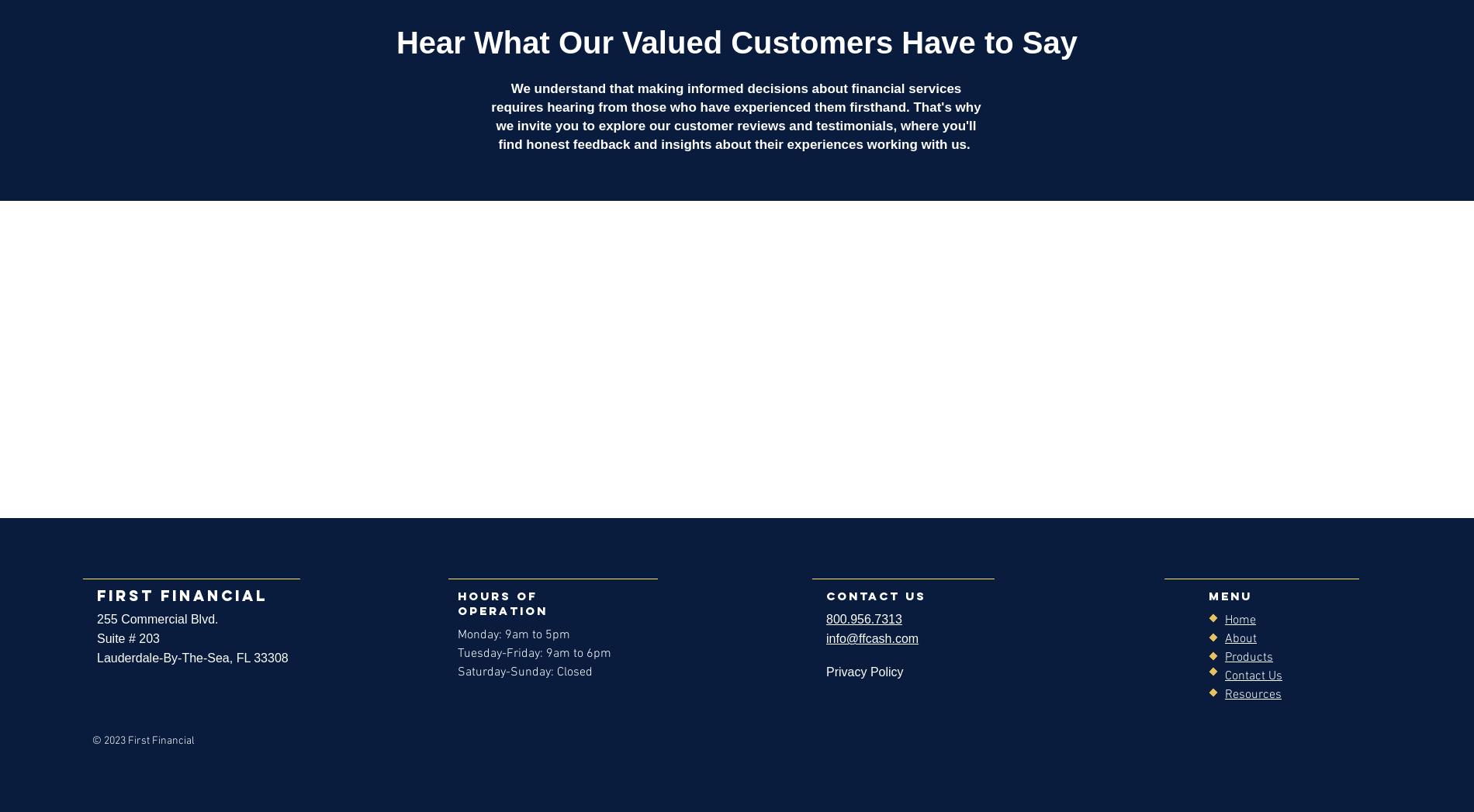  I want to click on 'Menu', so click(1230, 595).